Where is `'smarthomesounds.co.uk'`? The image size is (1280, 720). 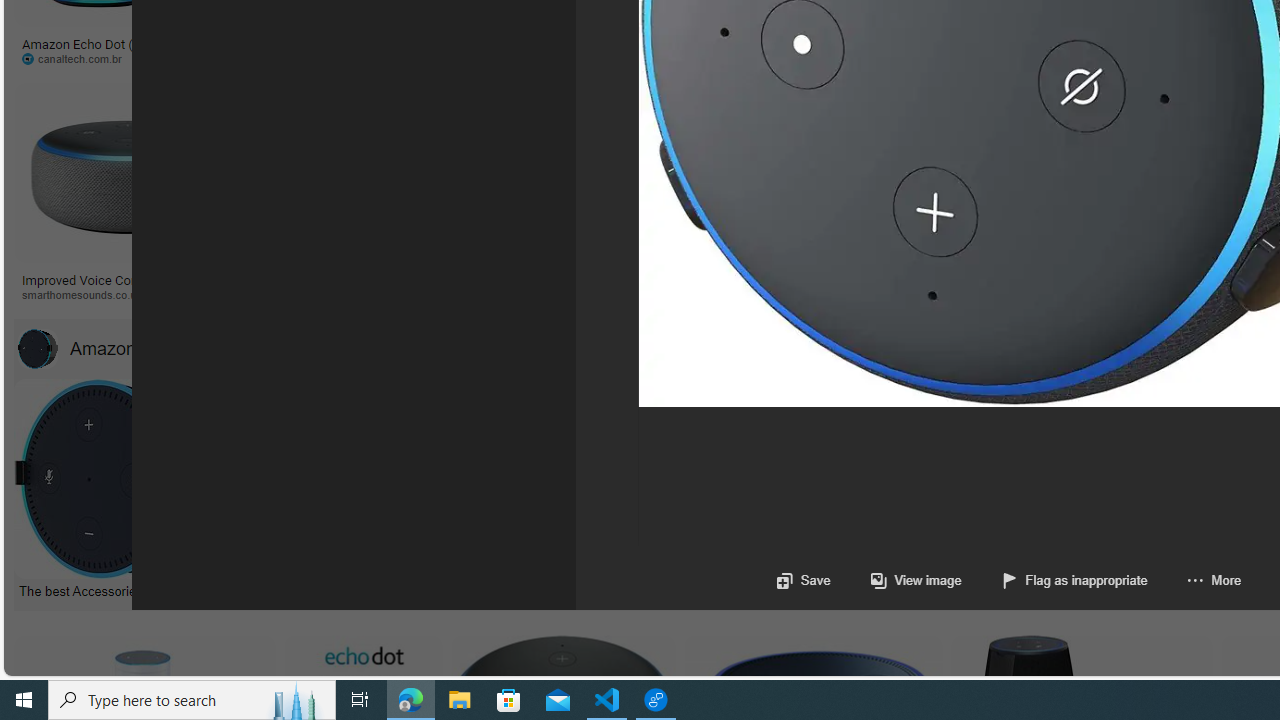
'smarthomesounds.co.uk' is located at coordinates (87, 294).